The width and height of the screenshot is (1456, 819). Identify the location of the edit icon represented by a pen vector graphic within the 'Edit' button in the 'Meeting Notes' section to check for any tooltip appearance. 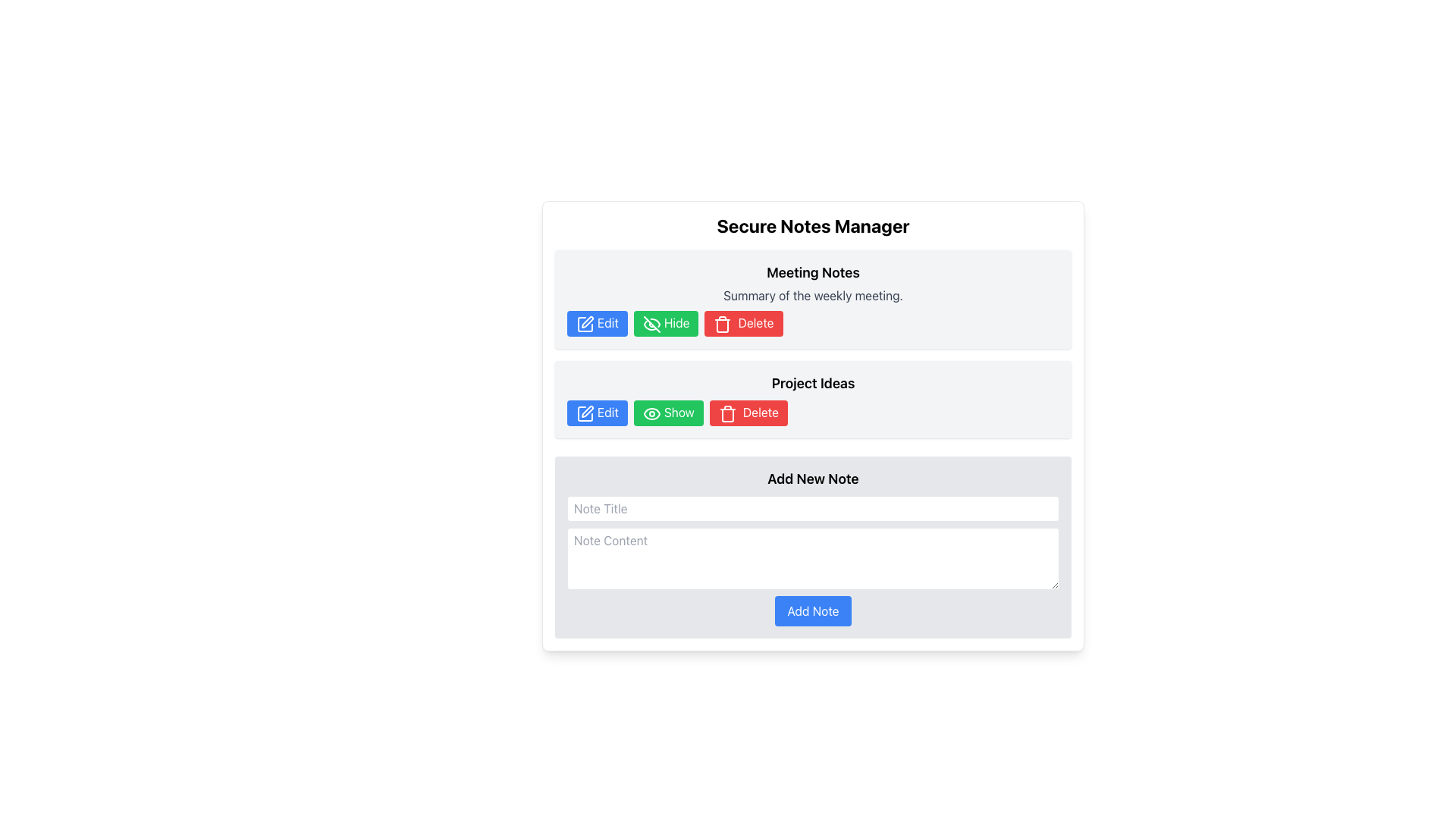
(586, 411).